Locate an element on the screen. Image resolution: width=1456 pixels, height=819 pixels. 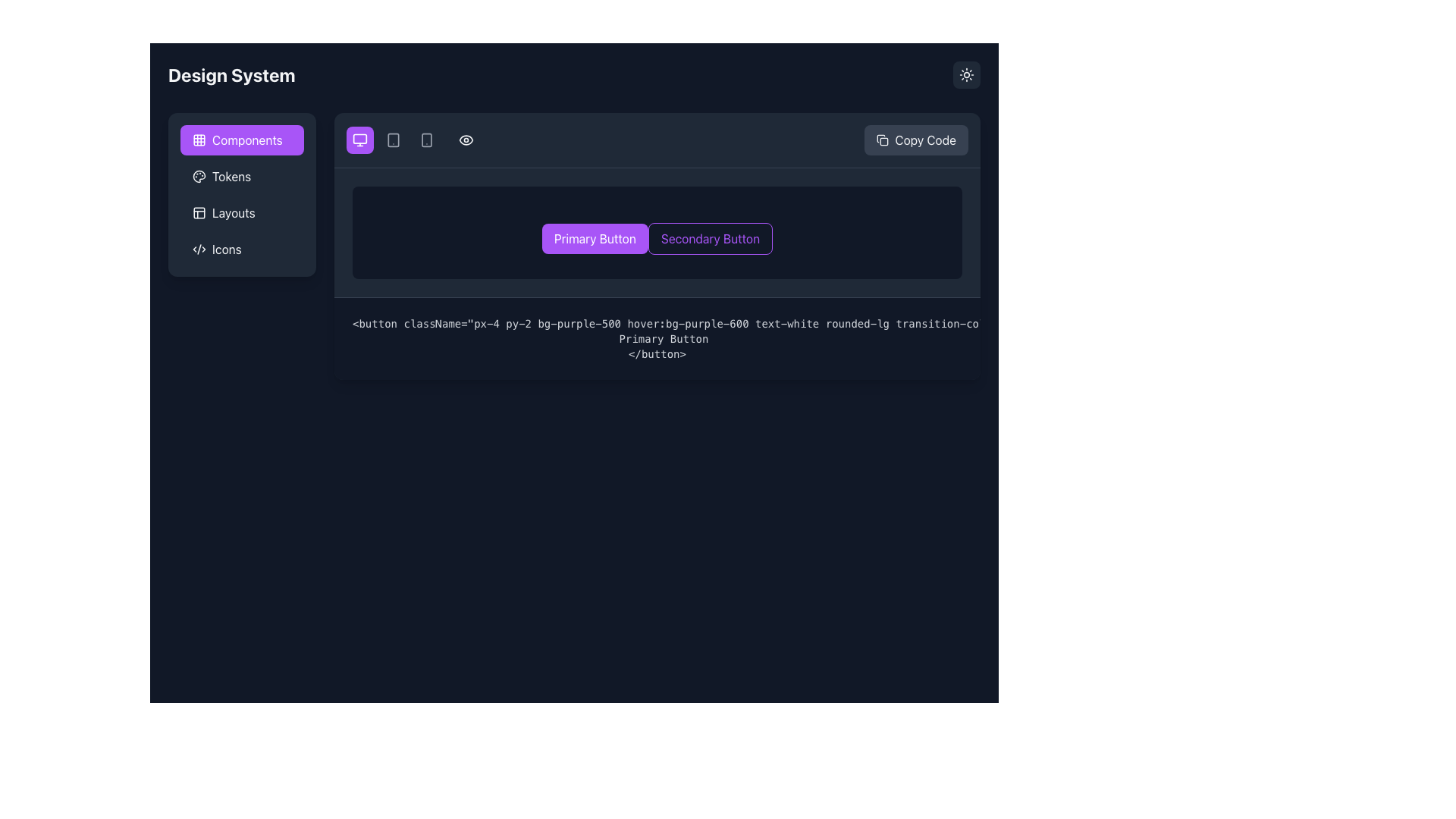
the navigation button for 'Components' located at the top of the sidebar is located at coordinates (241, 140).